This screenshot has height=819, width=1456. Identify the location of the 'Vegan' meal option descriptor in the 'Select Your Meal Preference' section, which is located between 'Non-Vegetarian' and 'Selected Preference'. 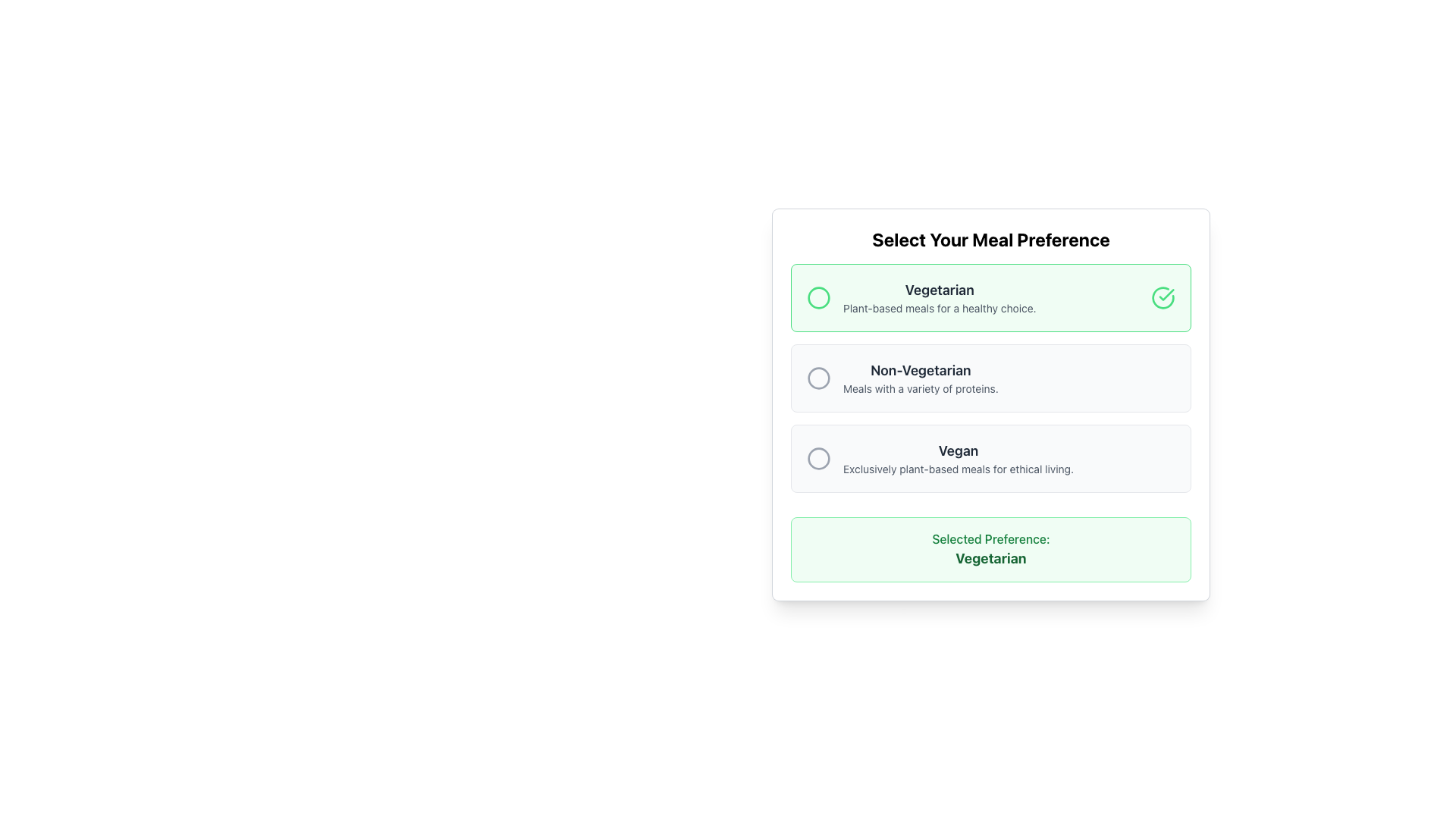
(957, 458).